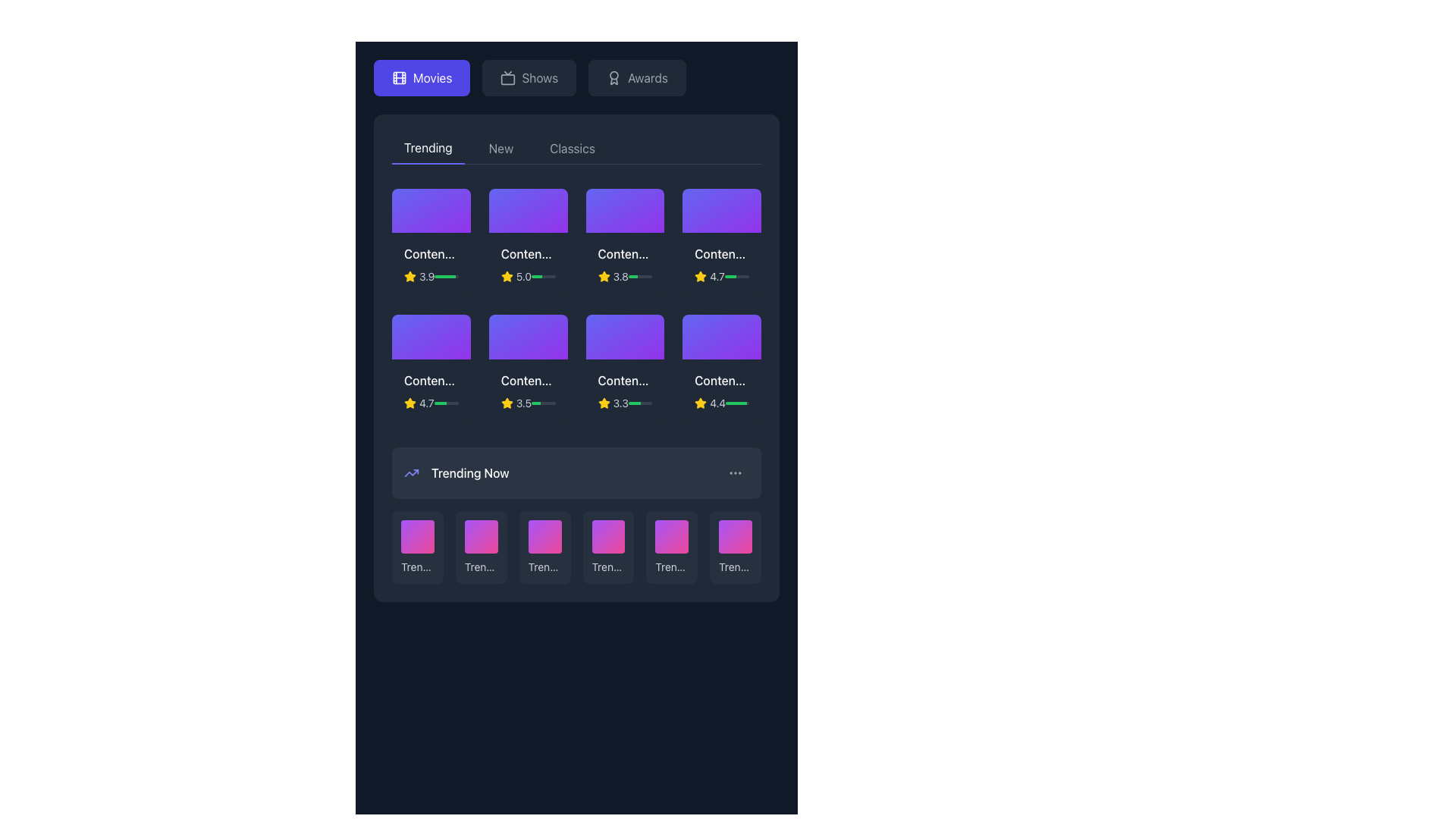  I want to click on the first navigation tab labeled 'Trending', which is located in the top-left portion of the main content area, so click(427, 148).